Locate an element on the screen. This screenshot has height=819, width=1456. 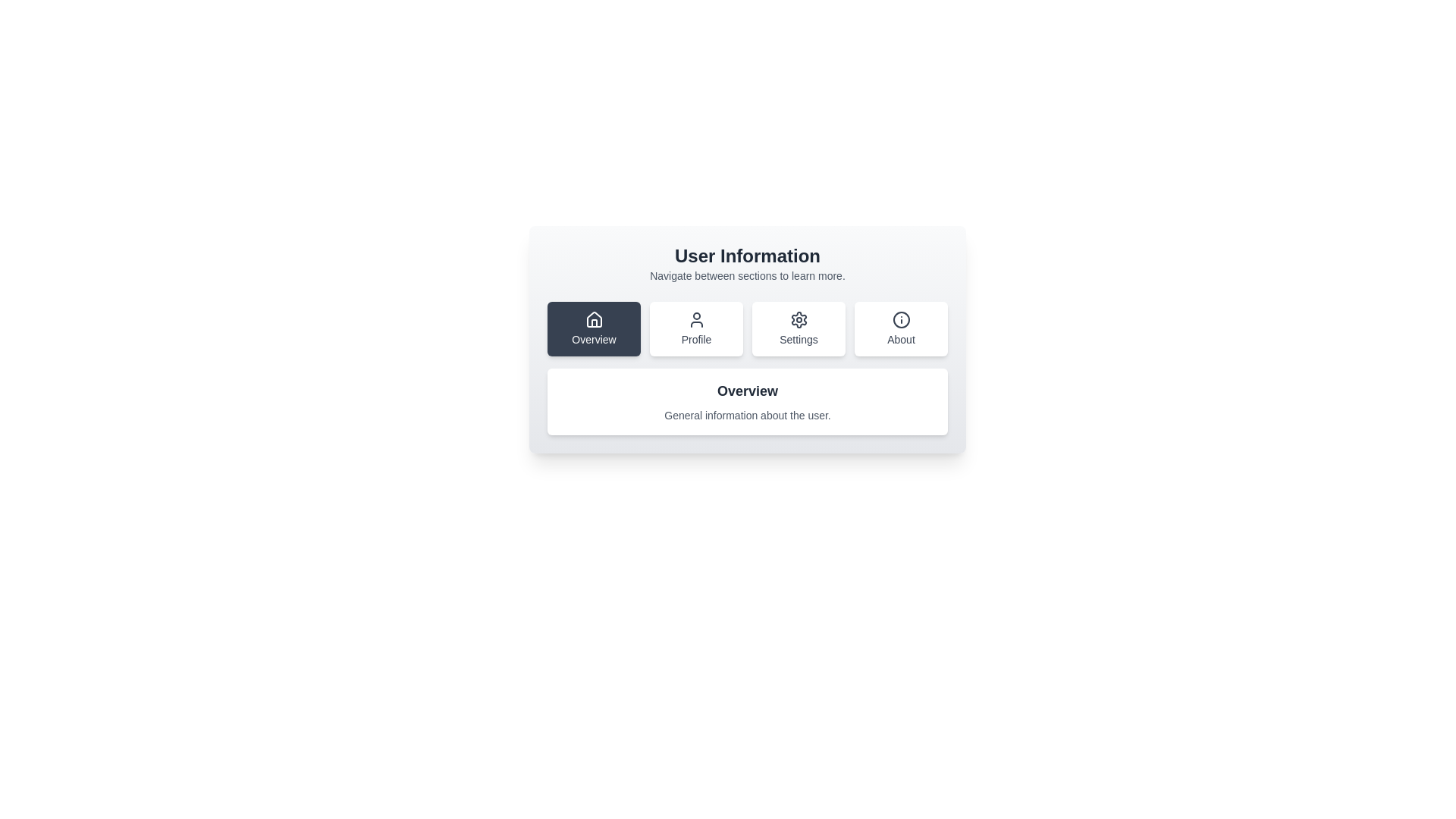
the circular icon with a hollow center and outer ring located in the 'About' section of the grid layout, which is positioned above the text label 'About' is located at coordinates (901, 318).